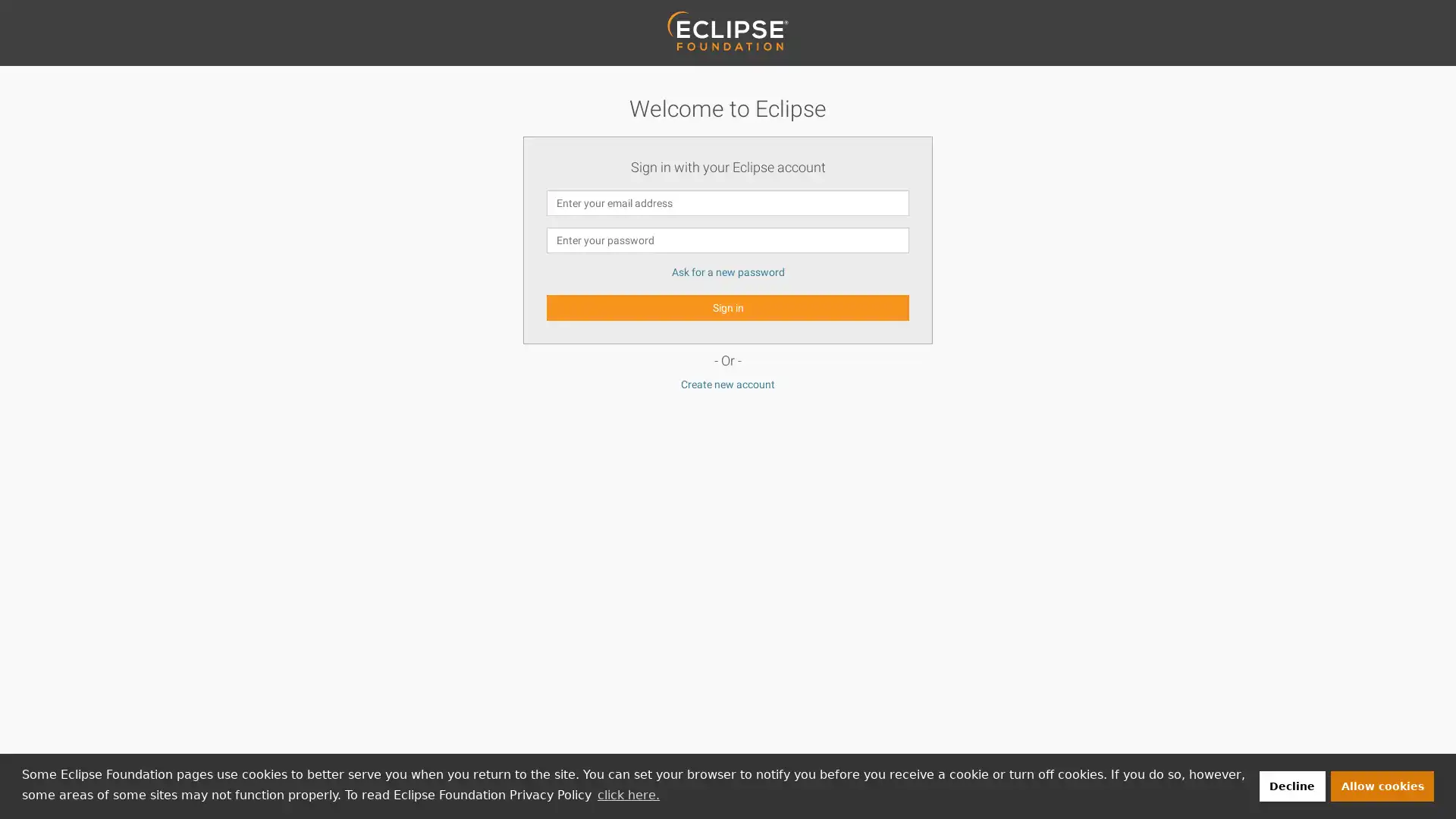  What do you see at coordinates (628, 794) in the screenshot?
I see `learn more about cookies` at bounding box center [628, 794].